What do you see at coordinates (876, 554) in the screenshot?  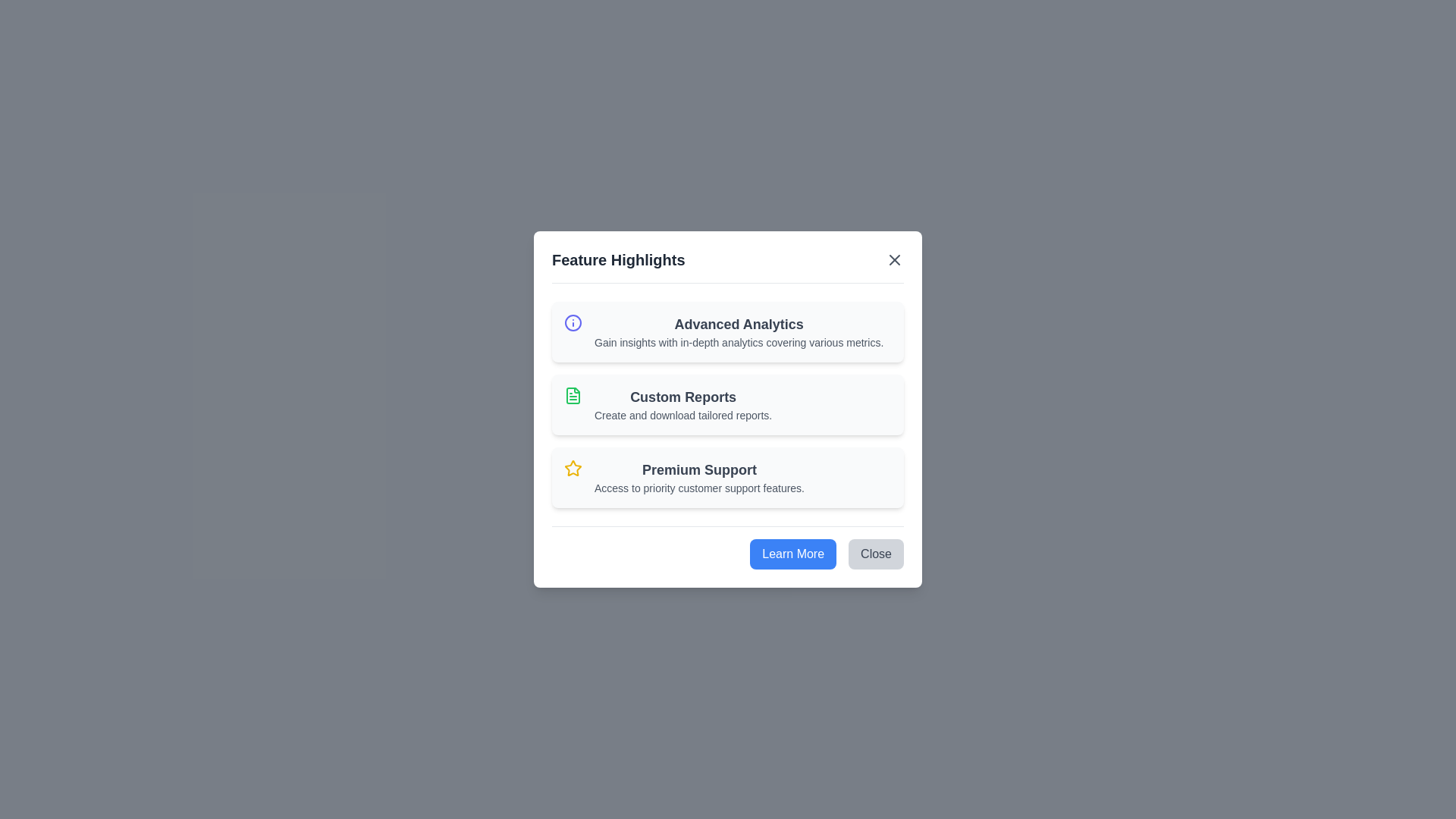 I see `the close button located at the bottom-right corner of the dialog box` at bounding box center [876, 554].